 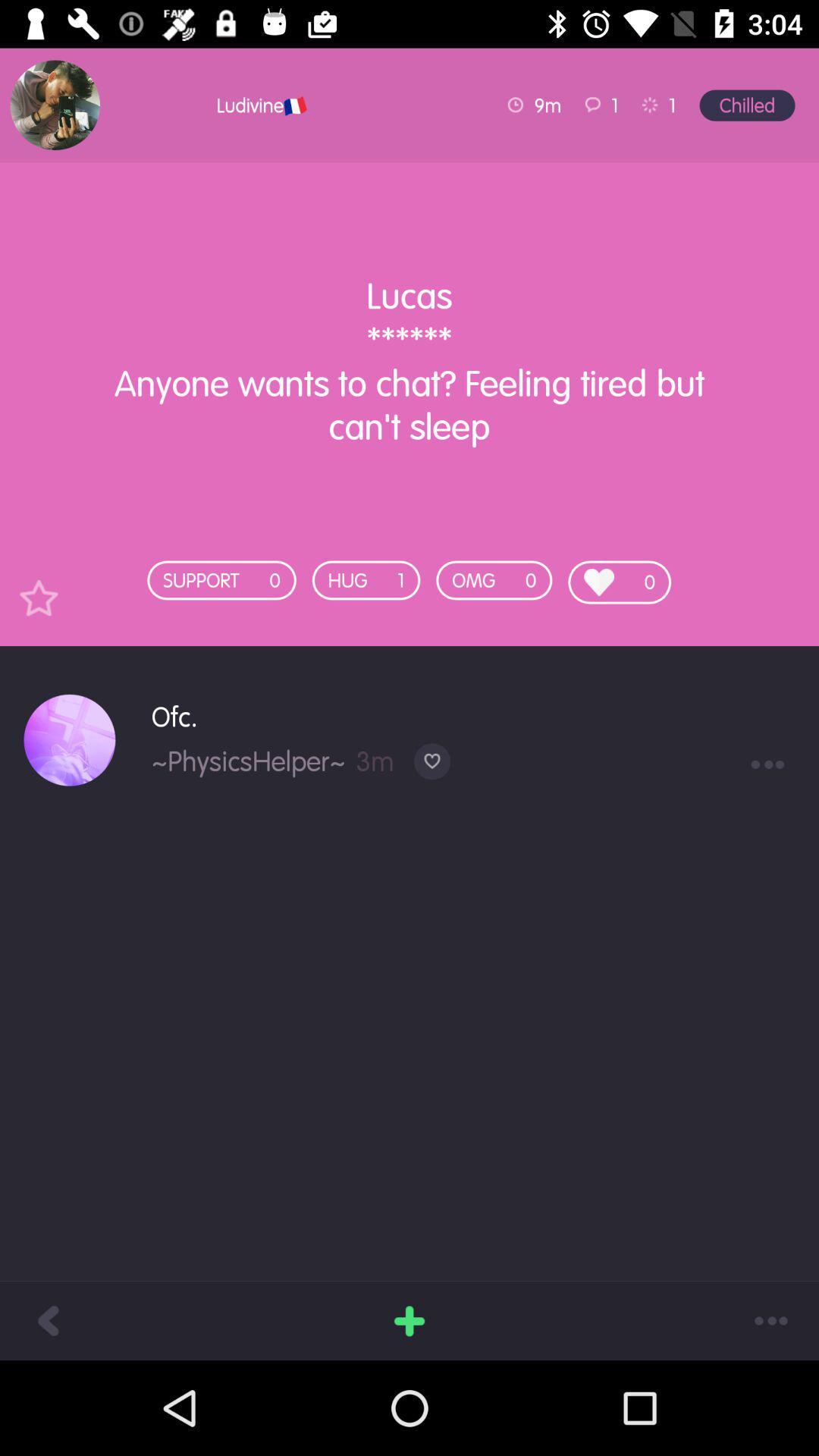 What do you see at coordinates (472, 716) in the screenshot?
I see `the ofc.` at bounding box center [472, 716].